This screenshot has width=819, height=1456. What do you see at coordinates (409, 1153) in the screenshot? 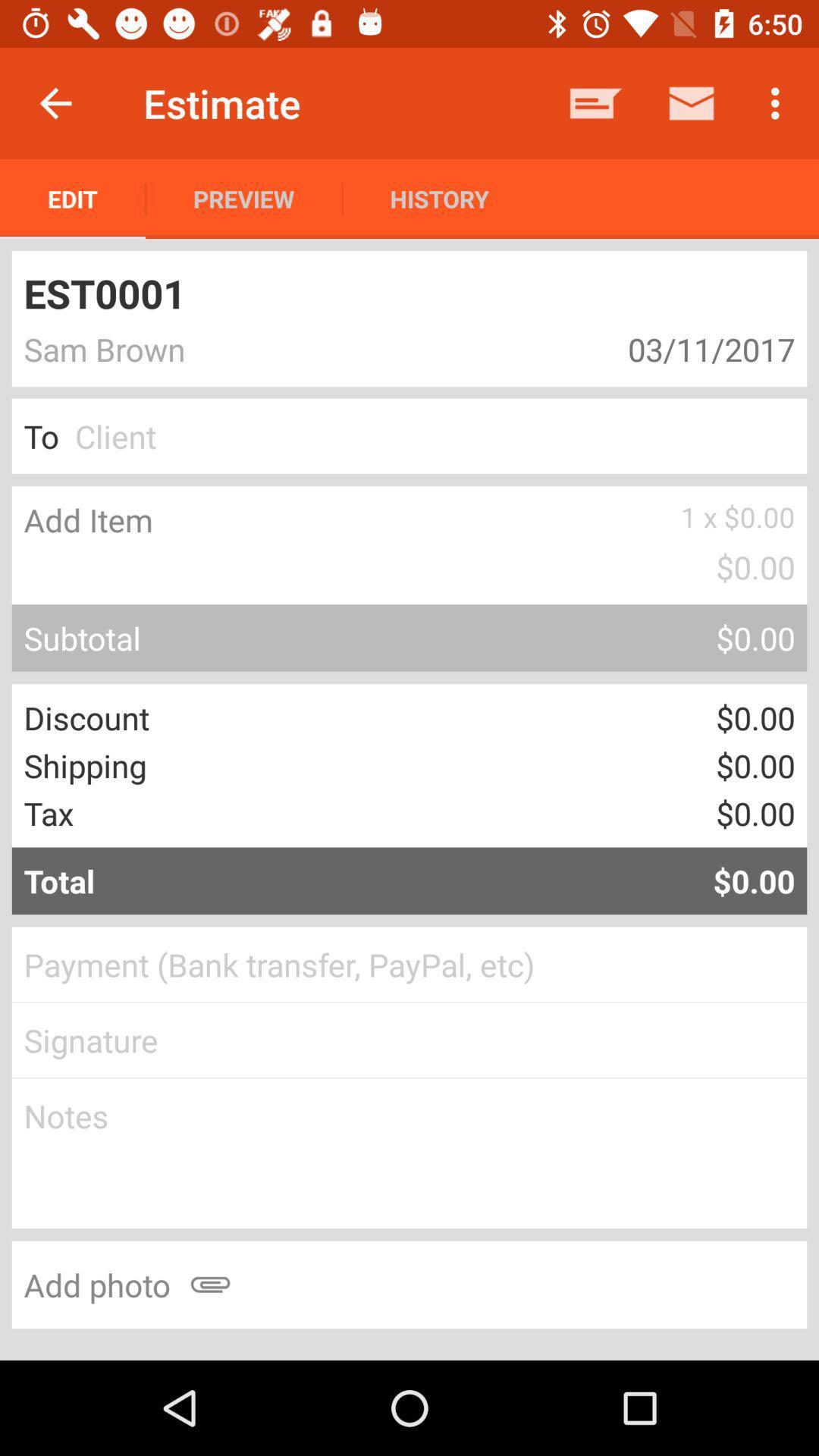
I see `a place for notes` at bounding box center [409, 1153].